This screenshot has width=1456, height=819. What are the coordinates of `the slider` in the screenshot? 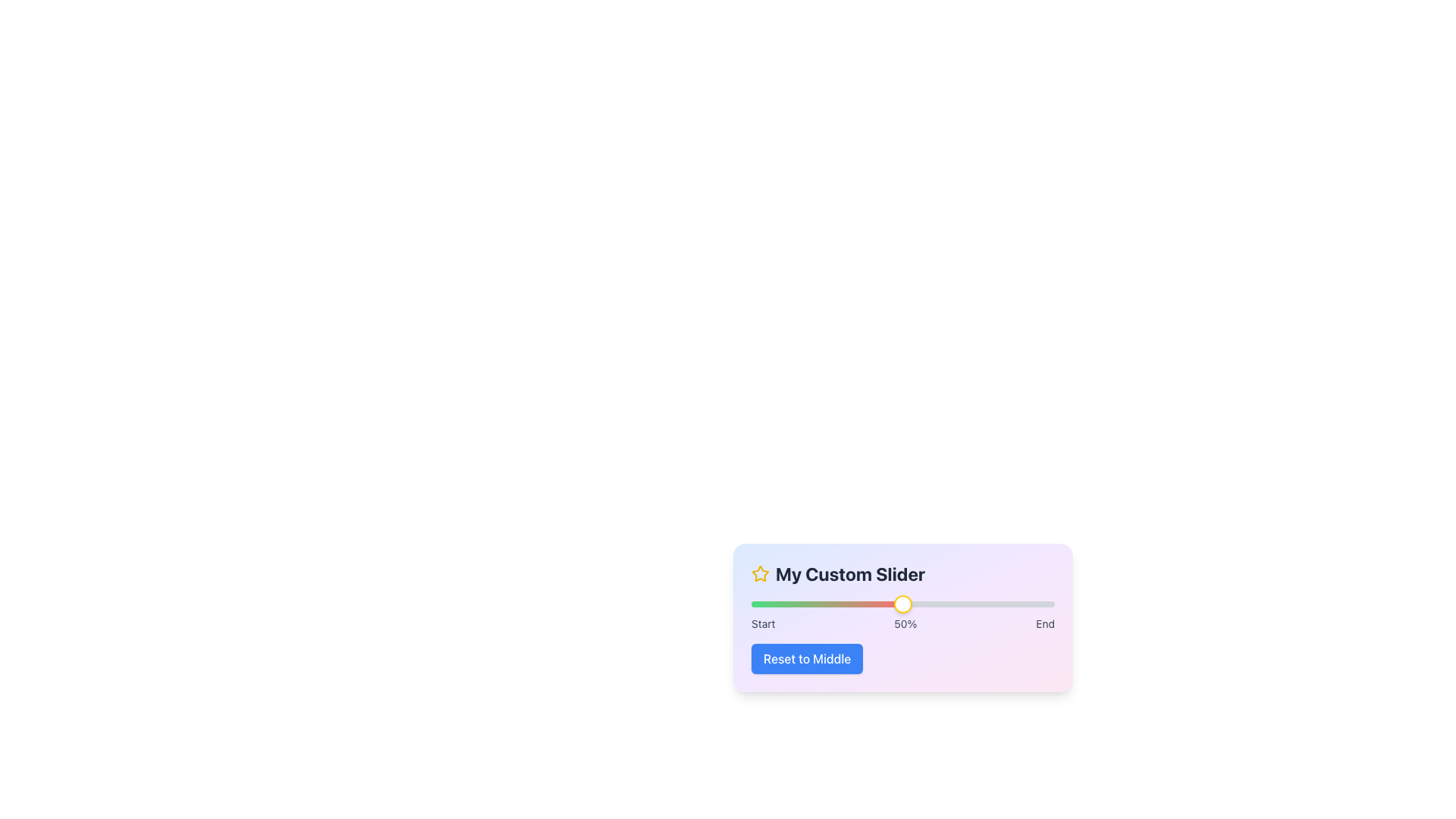 It's located at (937, 604).